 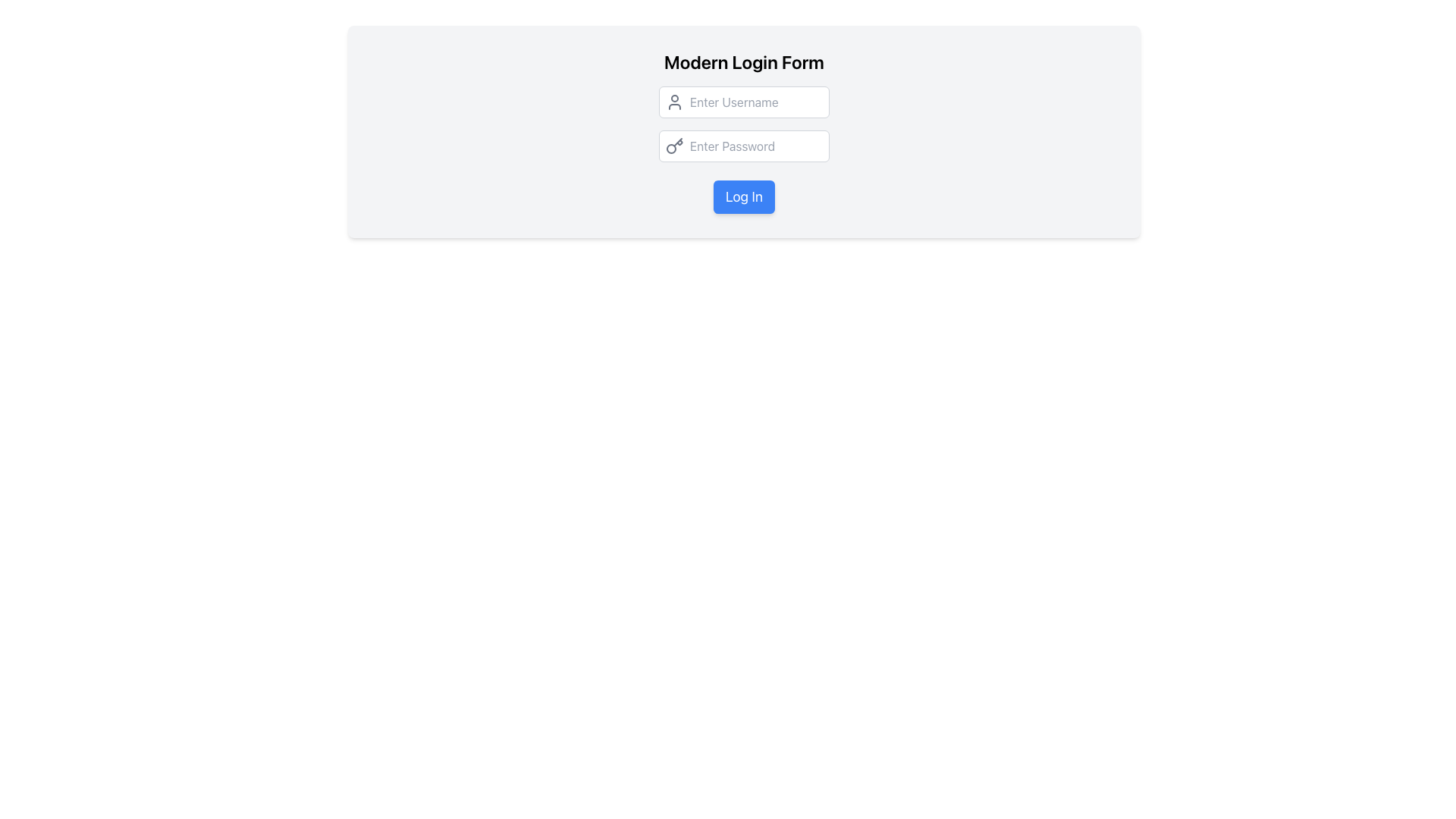 What do you see at coordinates (670, 149) in the screenshot?
I see `the SVG circle element representing a key icon within the 'Enter Password' input field on the modern login form interface` at bounding box center [670, 149].